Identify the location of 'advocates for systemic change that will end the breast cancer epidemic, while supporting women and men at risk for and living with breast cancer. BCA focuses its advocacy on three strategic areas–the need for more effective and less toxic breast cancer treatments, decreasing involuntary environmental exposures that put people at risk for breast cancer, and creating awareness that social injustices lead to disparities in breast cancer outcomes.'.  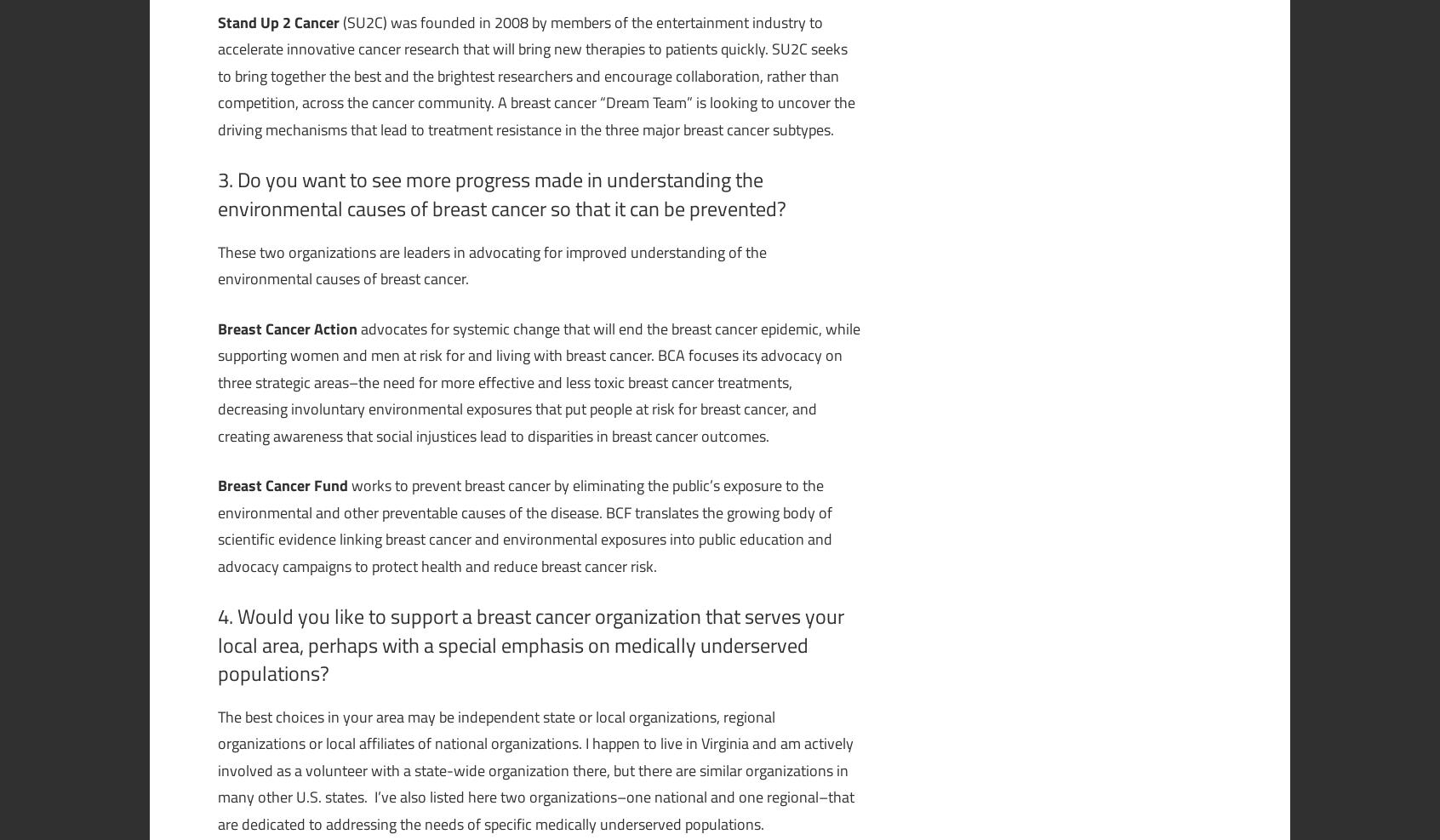
(538, 380).